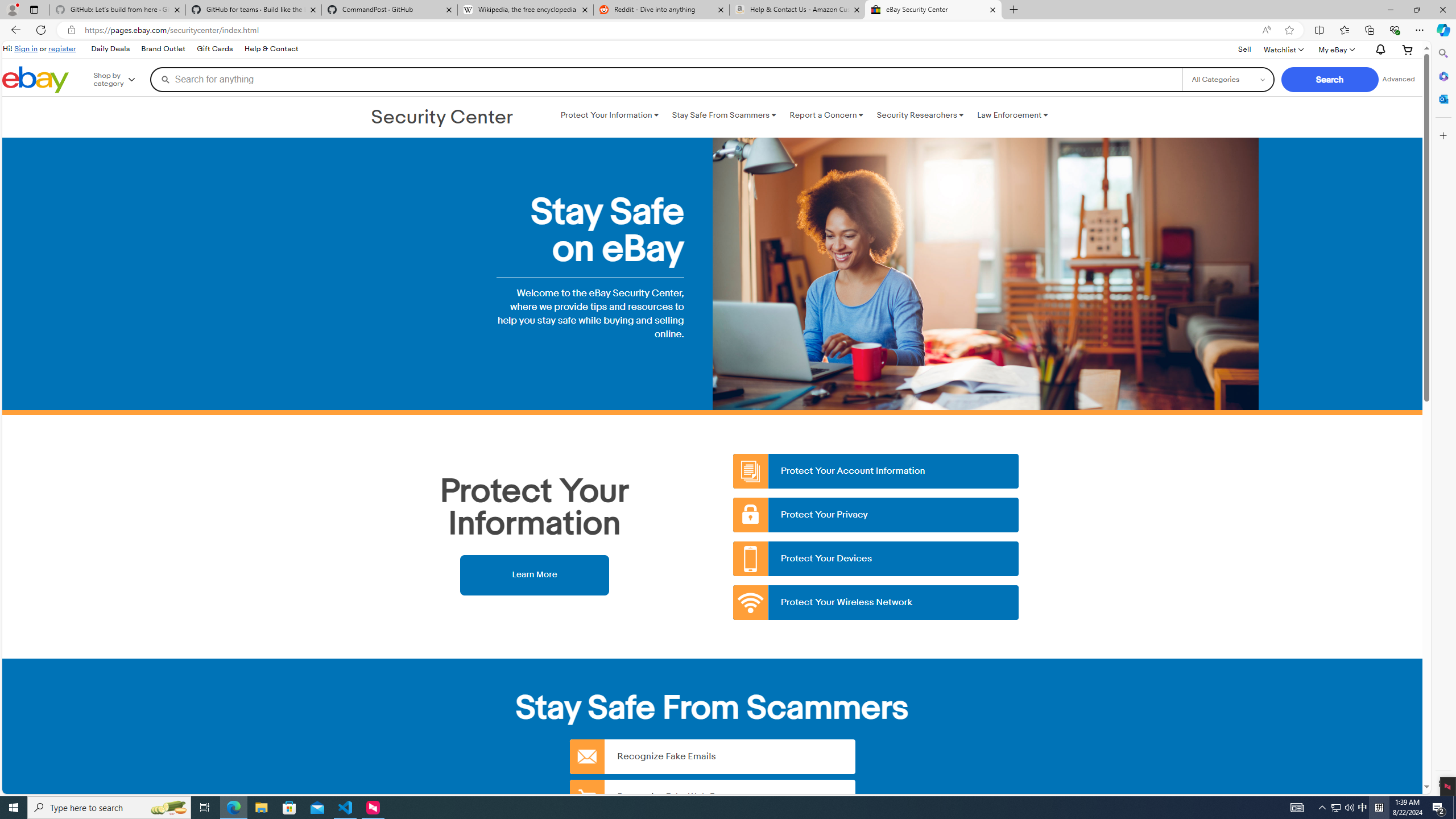 This screenshot has height=819, width=1456. What do you see at coordinates (1443, 418) in the screenshot?
I see `'Side bar'` at bounding box center [1443, 418].